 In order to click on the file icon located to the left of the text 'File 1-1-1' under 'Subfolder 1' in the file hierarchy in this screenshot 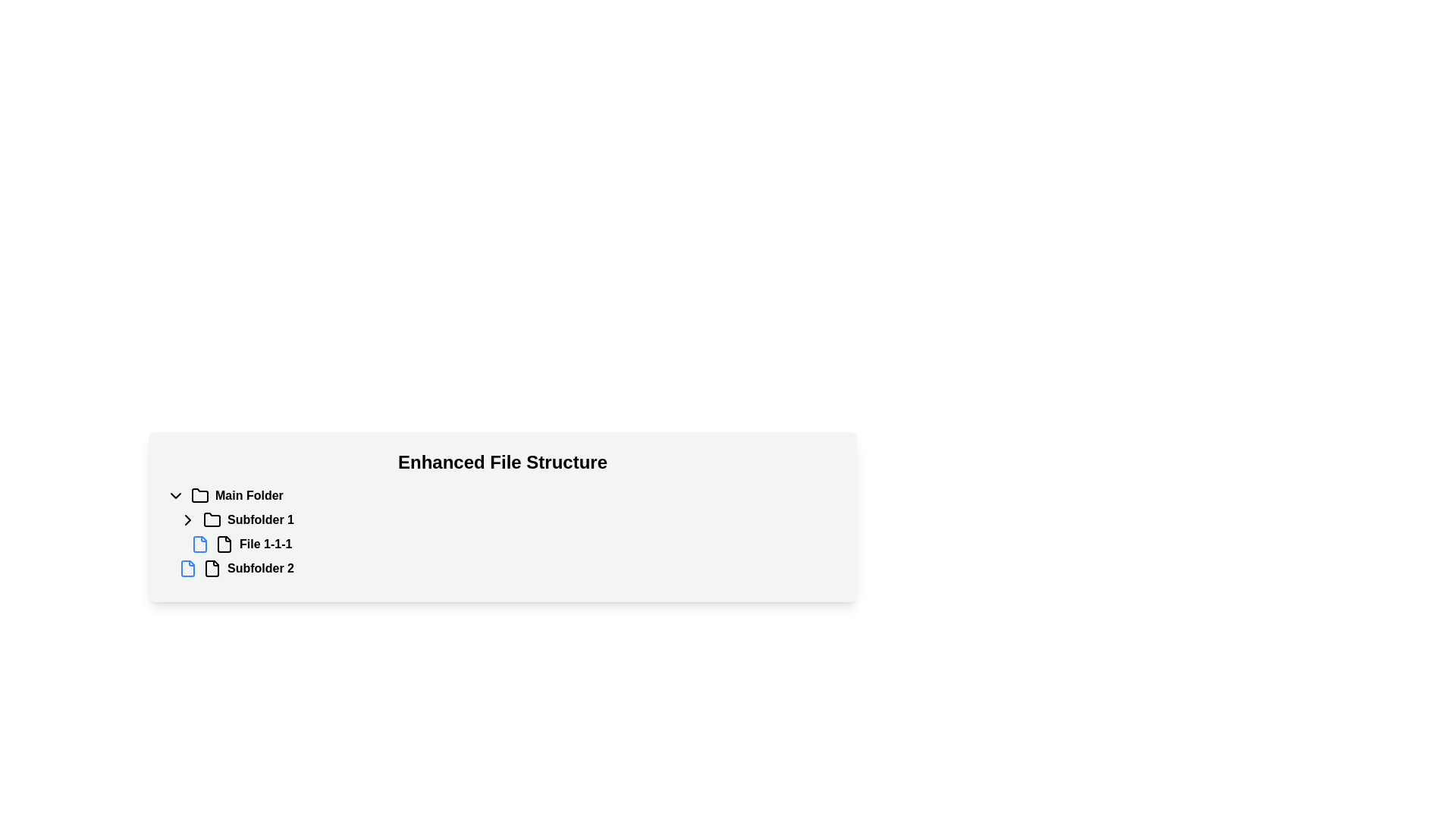, I will do `click(199, 543)`.